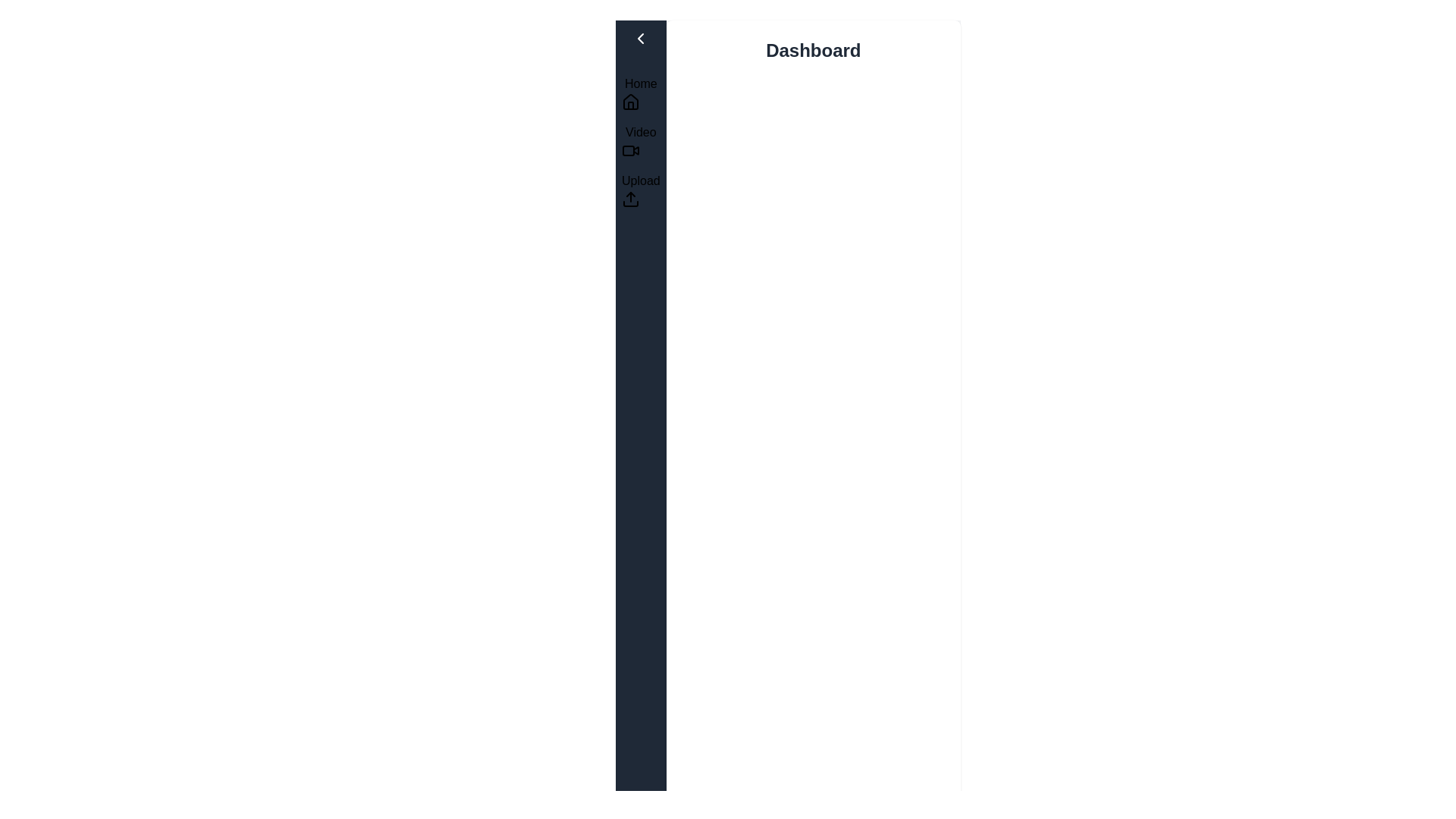  I want to click on the 'Video' menu item in the sidebar, so click(641, 141).